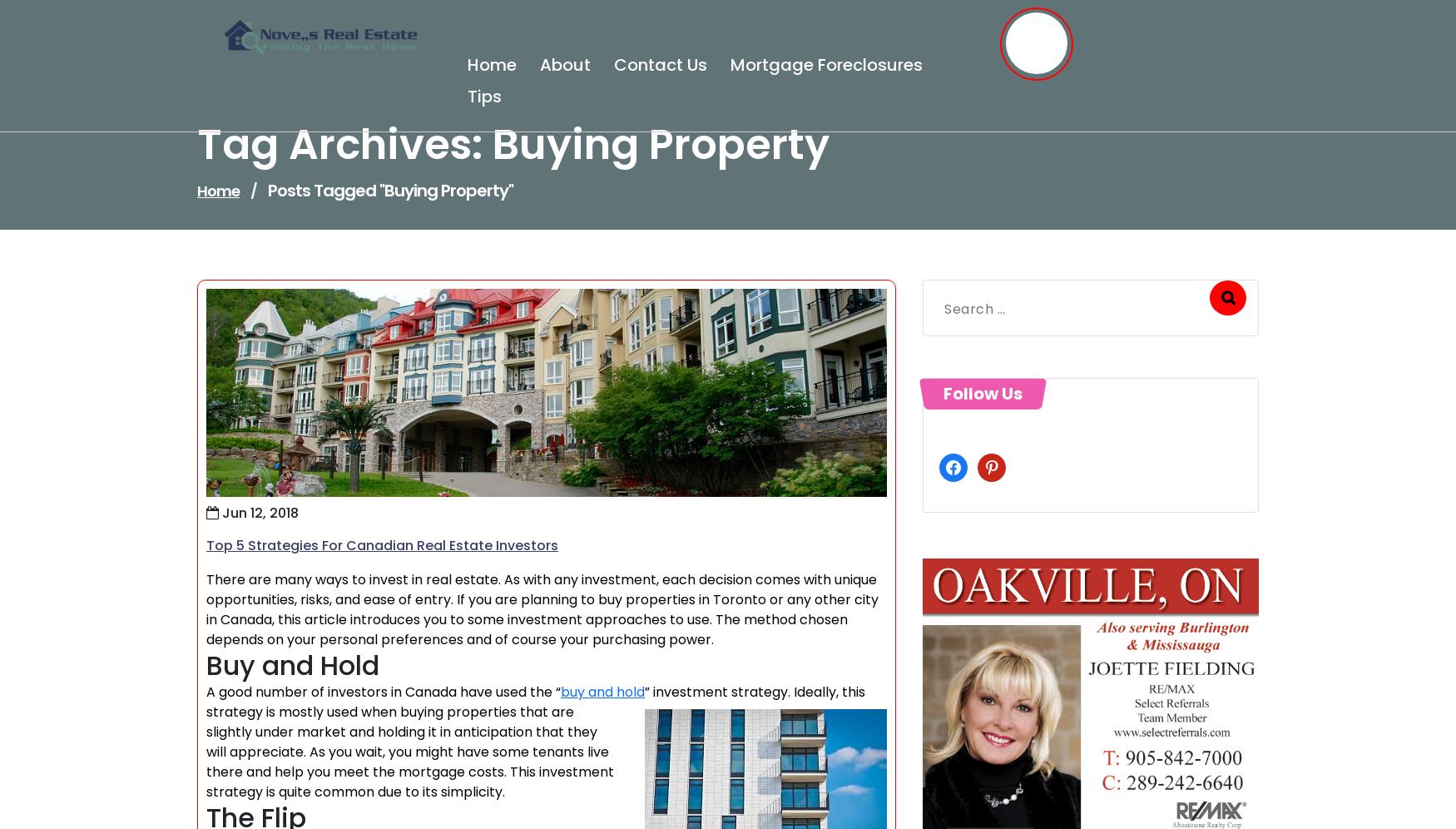  What do you see at coordinates (992, 395) in the screenshot?
I see `'Watch This'` at bounding box center [992, 395].